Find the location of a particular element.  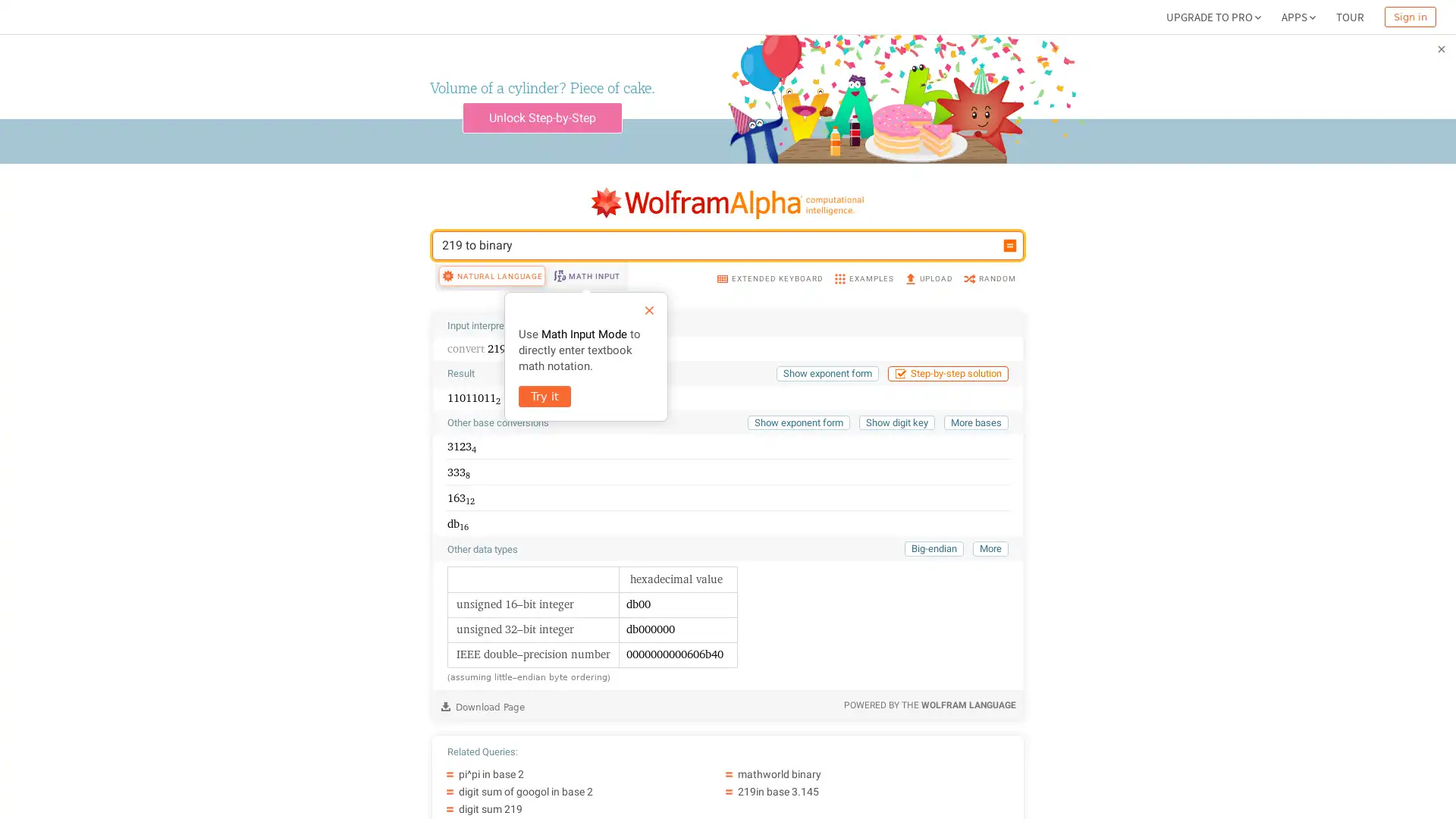

Big-endian is located at coordinates (934, 579).